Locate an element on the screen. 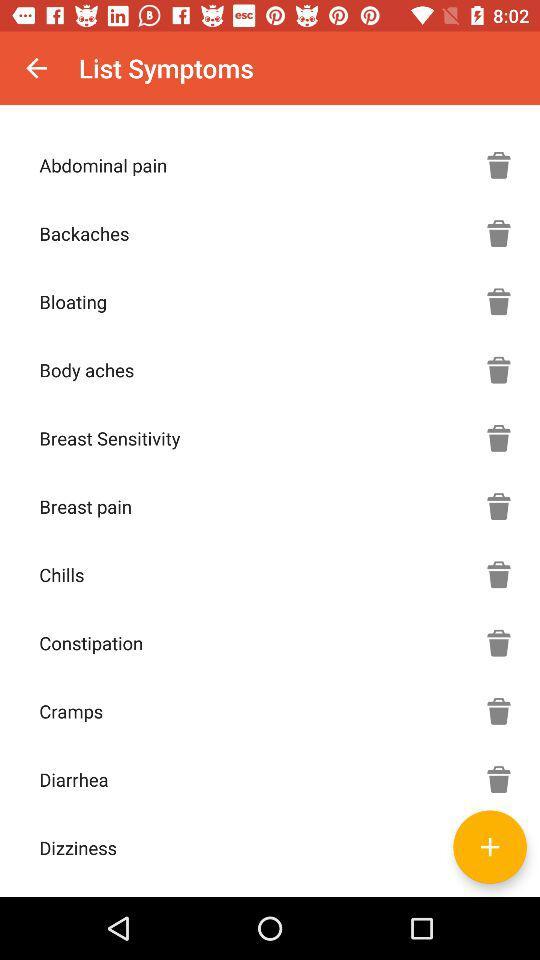 This screenshot has height=960, width=540. the add icon is located at coordinates (489, 846).